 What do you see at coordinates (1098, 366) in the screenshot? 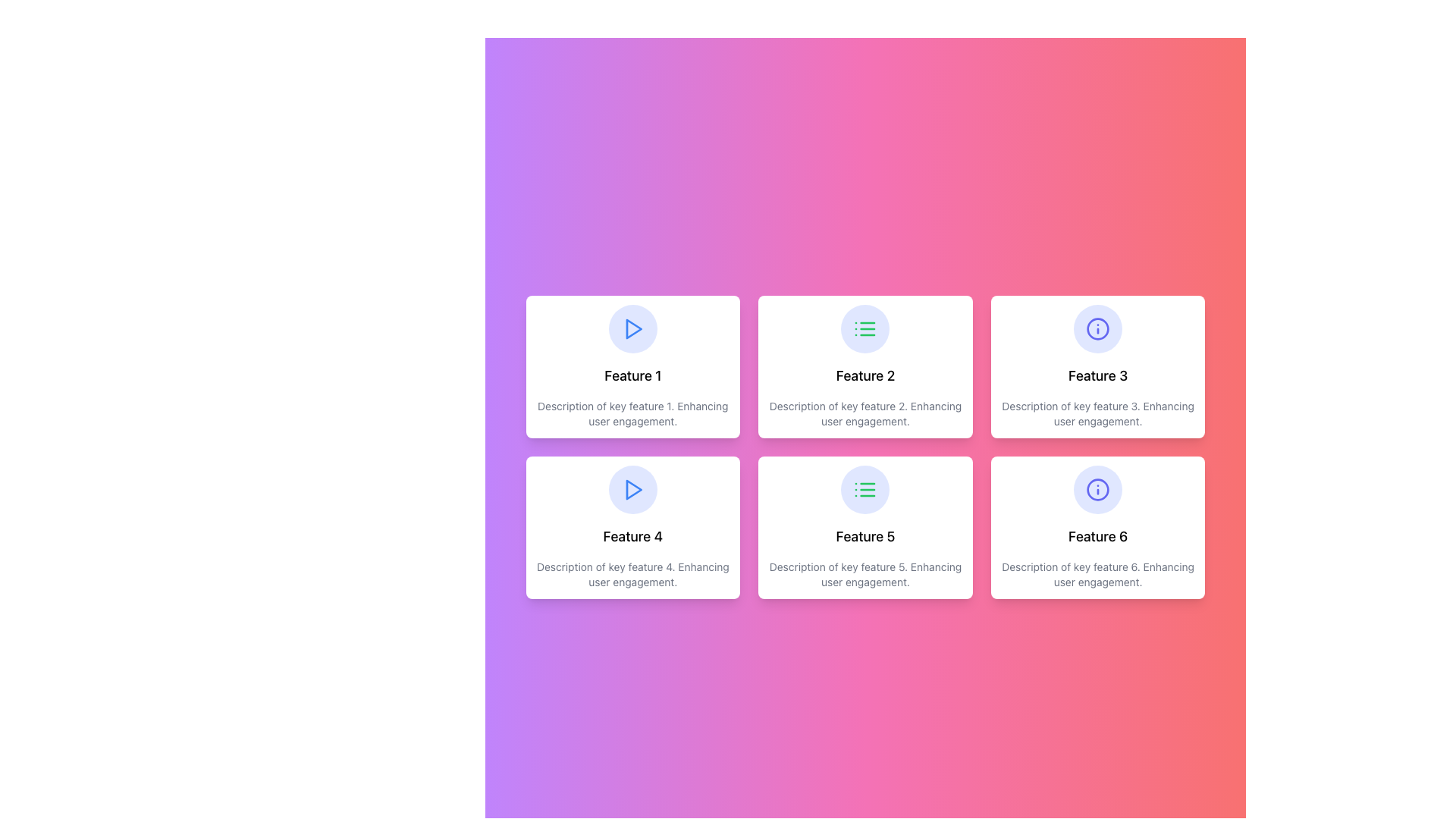
I see `the Feature information card that has a circular blue icon with the letter 'i', displays 'Feature 3' in bold, and includes a descriptive paragraph below` at bounding box center [1098, 366].